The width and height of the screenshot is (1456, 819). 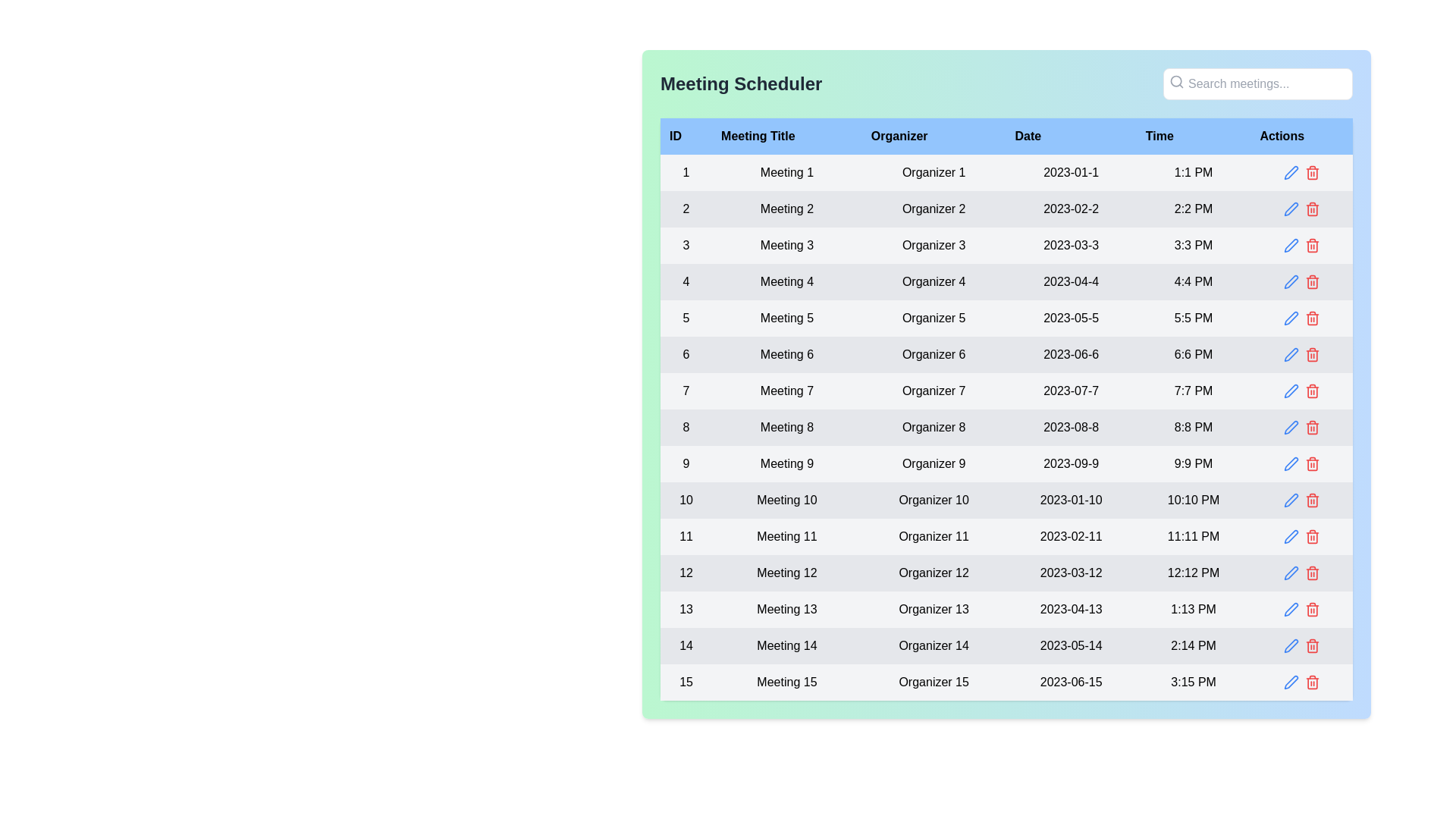 What do you see at coordinates (1301, 681) in the screenshot?
I see `the red trash can icon in the Actions column of the table for the 15th row` at bounding box center [1301, 681].